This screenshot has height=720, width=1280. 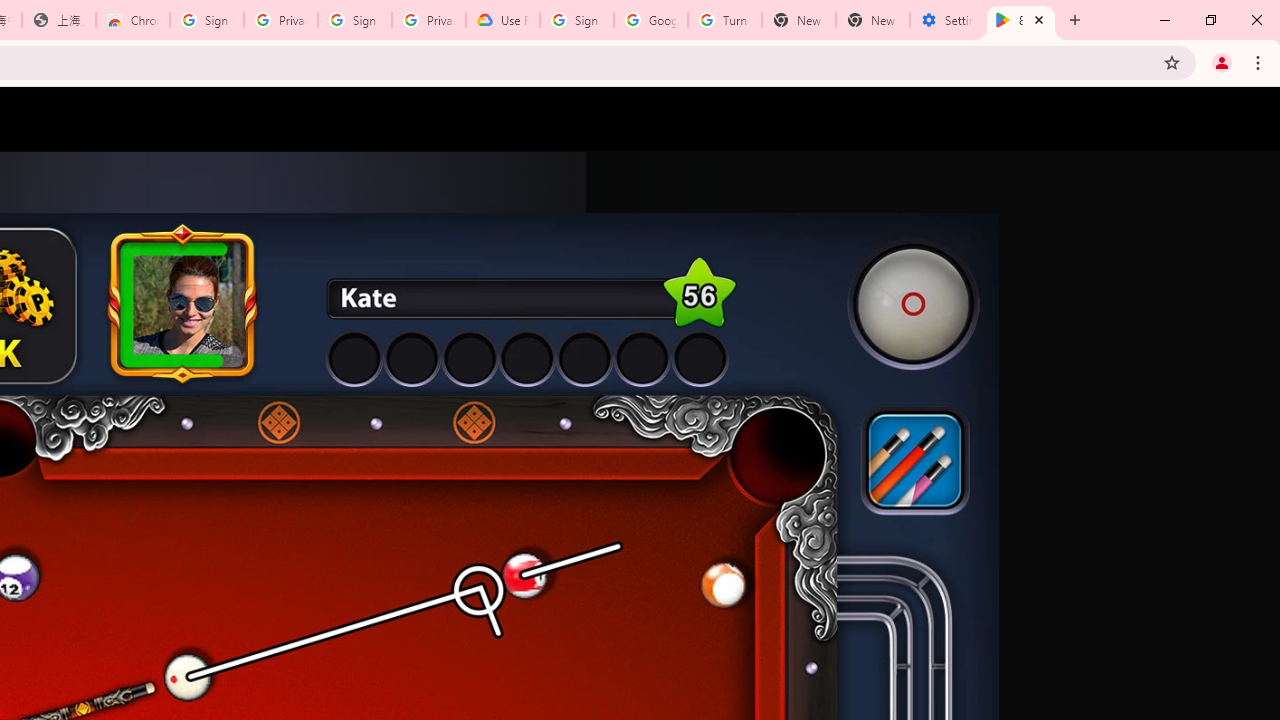 I want to click on 'Google Account Help', so click(x=651, y=20).